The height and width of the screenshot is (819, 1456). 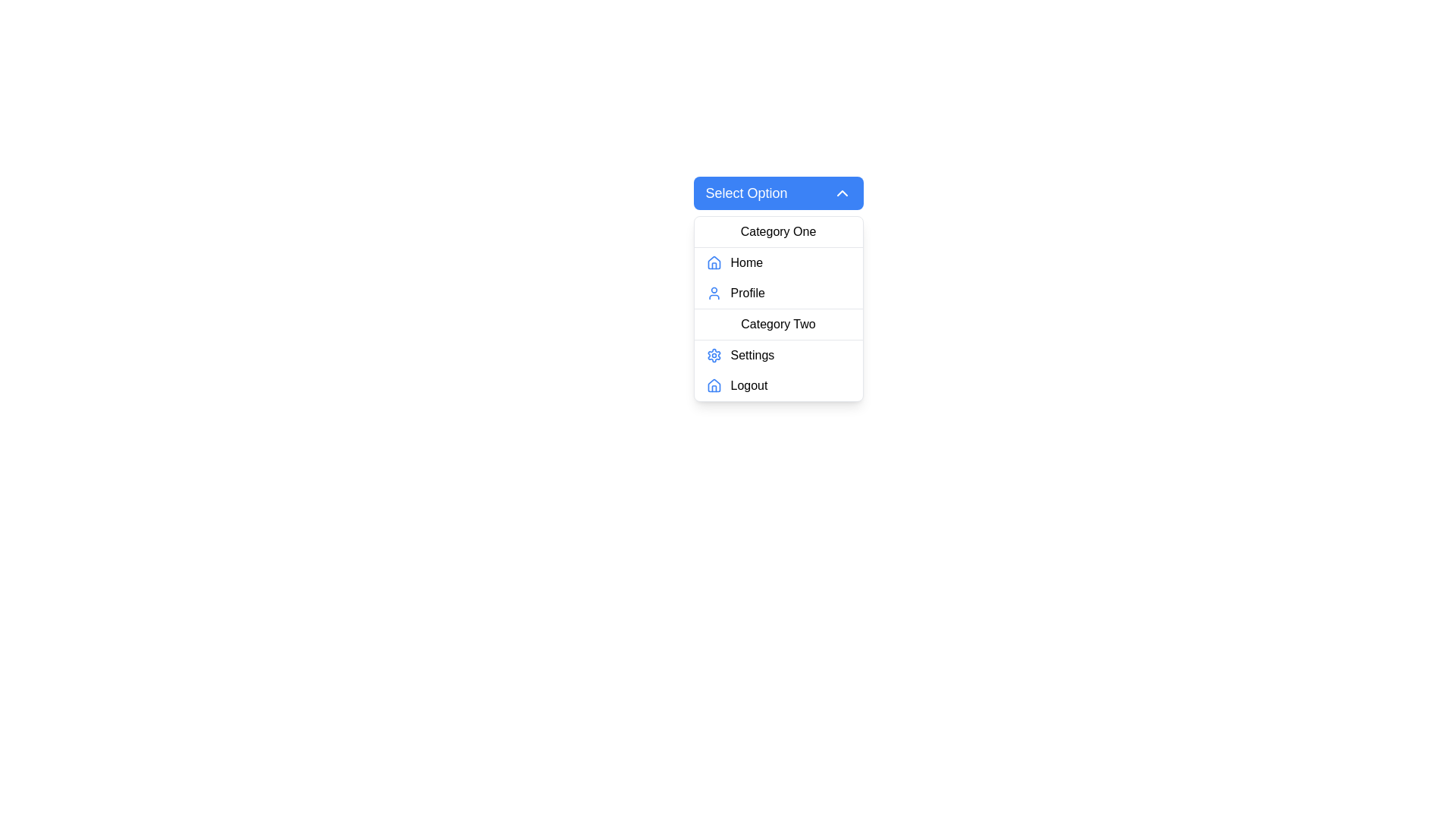 I want to click on the category header label in the dropdown menu located directly below the 'Select Option' title bar, so click(x=778, y=232).